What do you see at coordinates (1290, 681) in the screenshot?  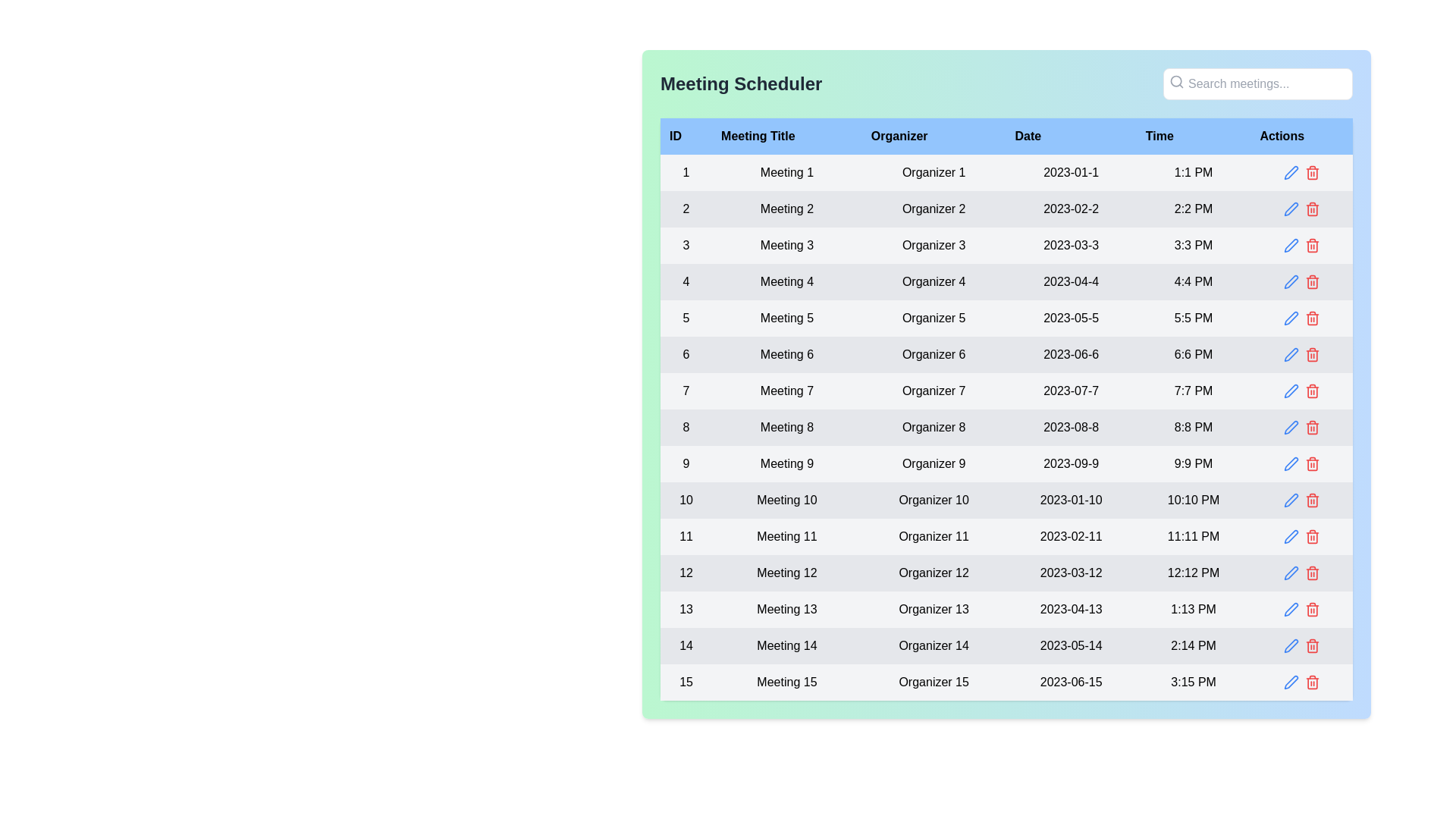 I see `the stylized blue icon resembling a pen located in the last row of the table within the 'Actions' column` at bounding box center [1290, 681].